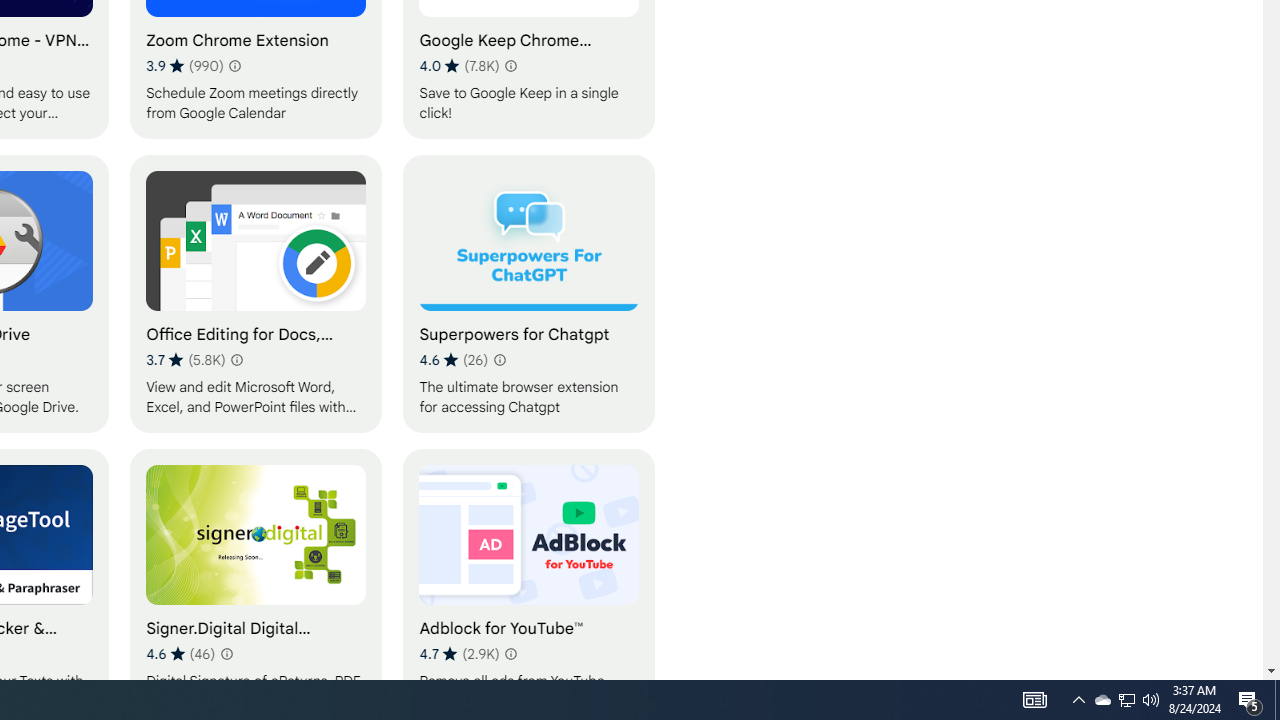 The width and height of the screenshot is (1280, 720). I want to click on 'Average rating 3.7 out of 5 stars. 5.8K ratings.', so click(186, 360).